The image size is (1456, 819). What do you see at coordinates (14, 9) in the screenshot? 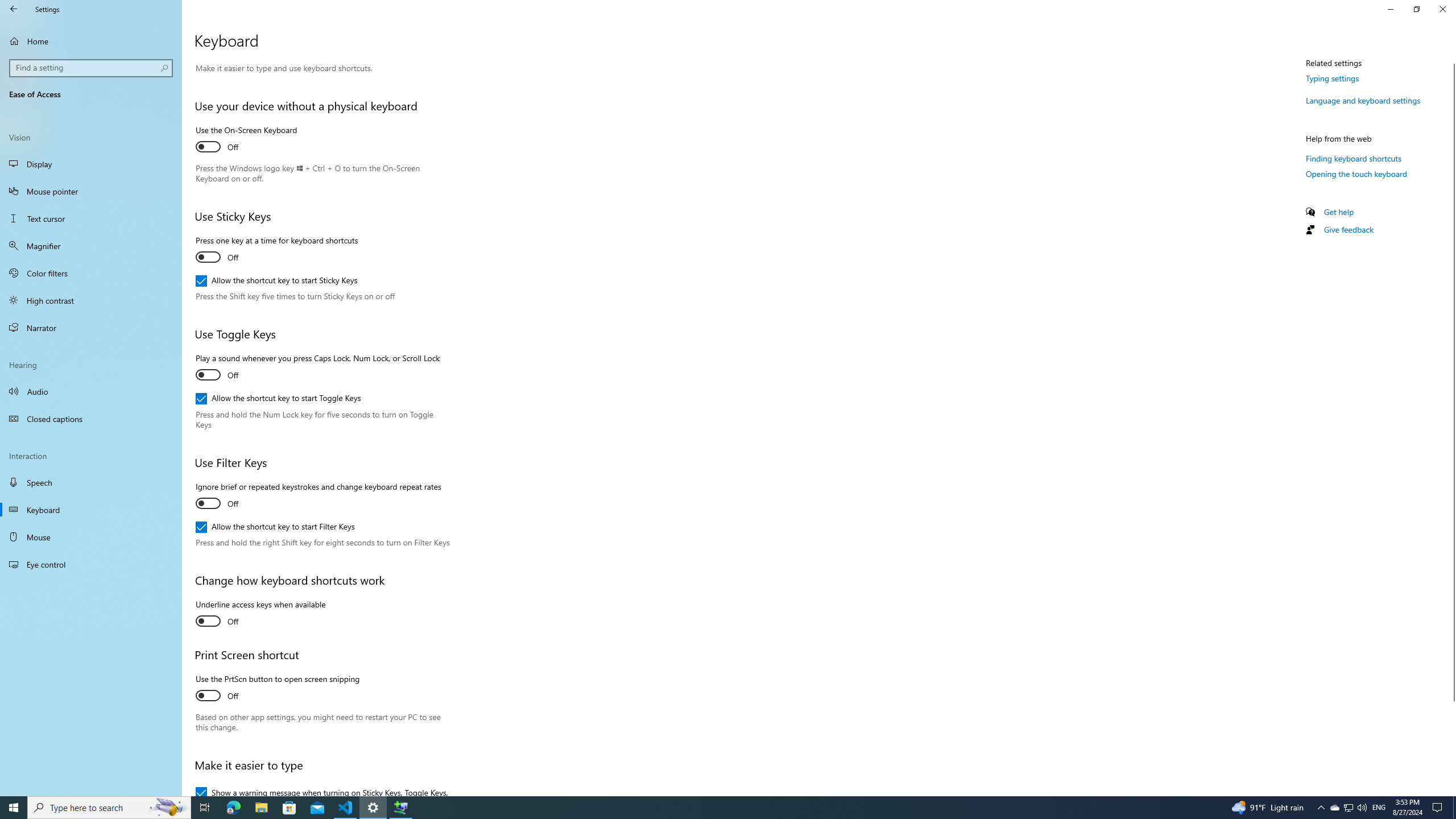
I see `'Back'` at bounding box center [14, 9].